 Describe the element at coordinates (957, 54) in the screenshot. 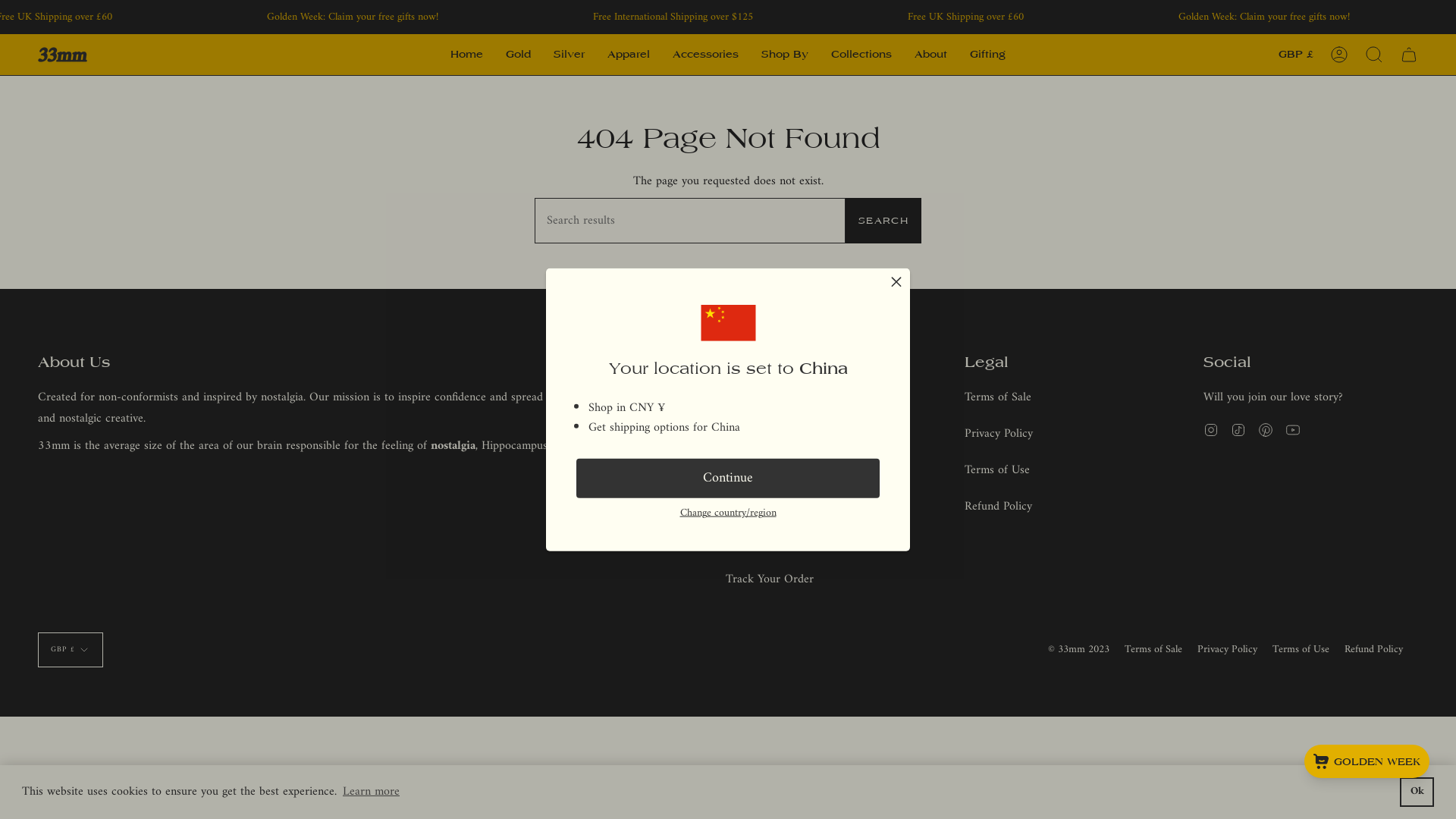

I see `'Gifting'` at that location.